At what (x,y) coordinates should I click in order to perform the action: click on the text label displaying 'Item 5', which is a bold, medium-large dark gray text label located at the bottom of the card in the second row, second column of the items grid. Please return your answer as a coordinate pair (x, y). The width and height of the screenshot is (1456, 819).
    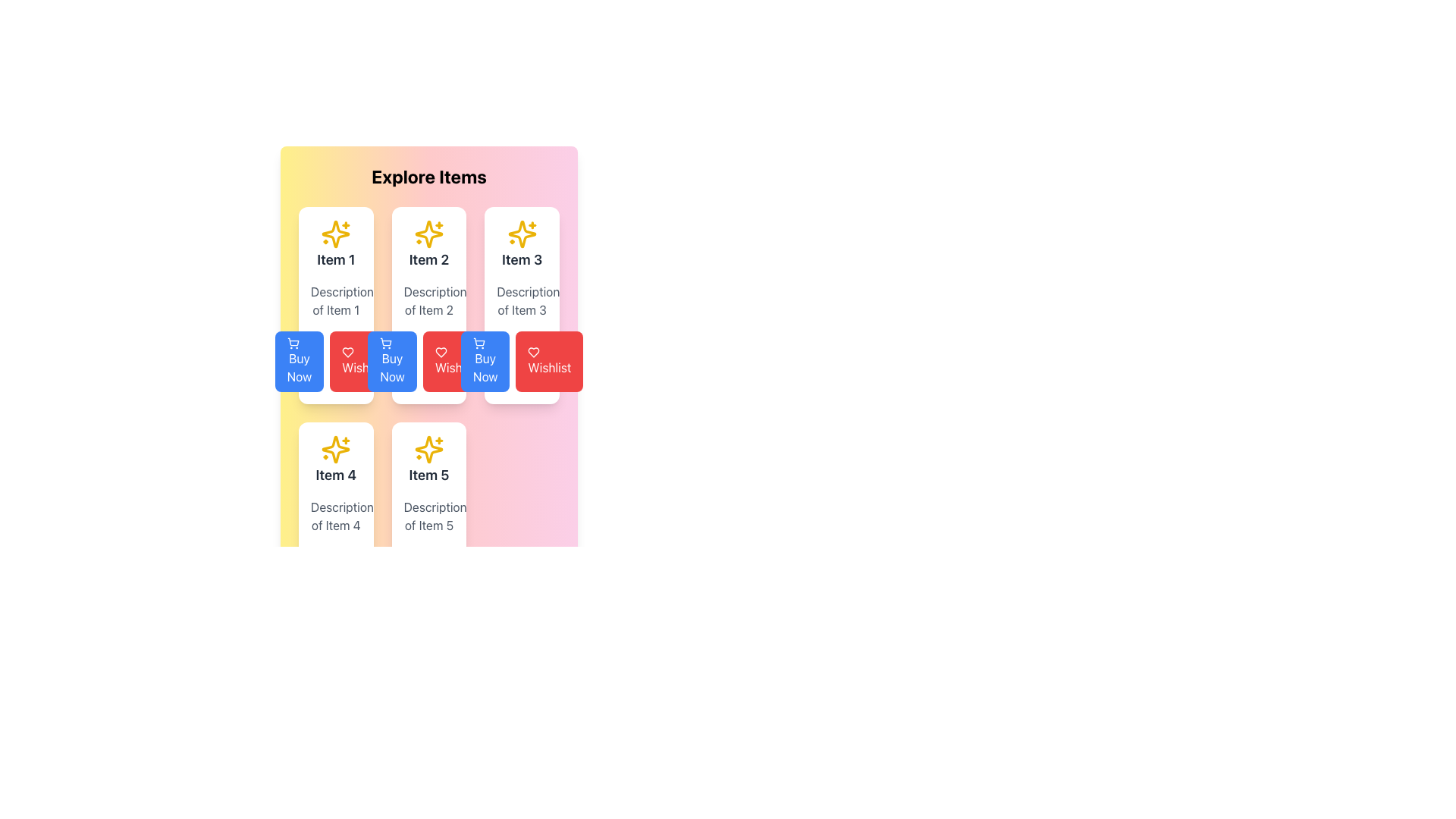
    Looking at the image, I should click on (428, 475).